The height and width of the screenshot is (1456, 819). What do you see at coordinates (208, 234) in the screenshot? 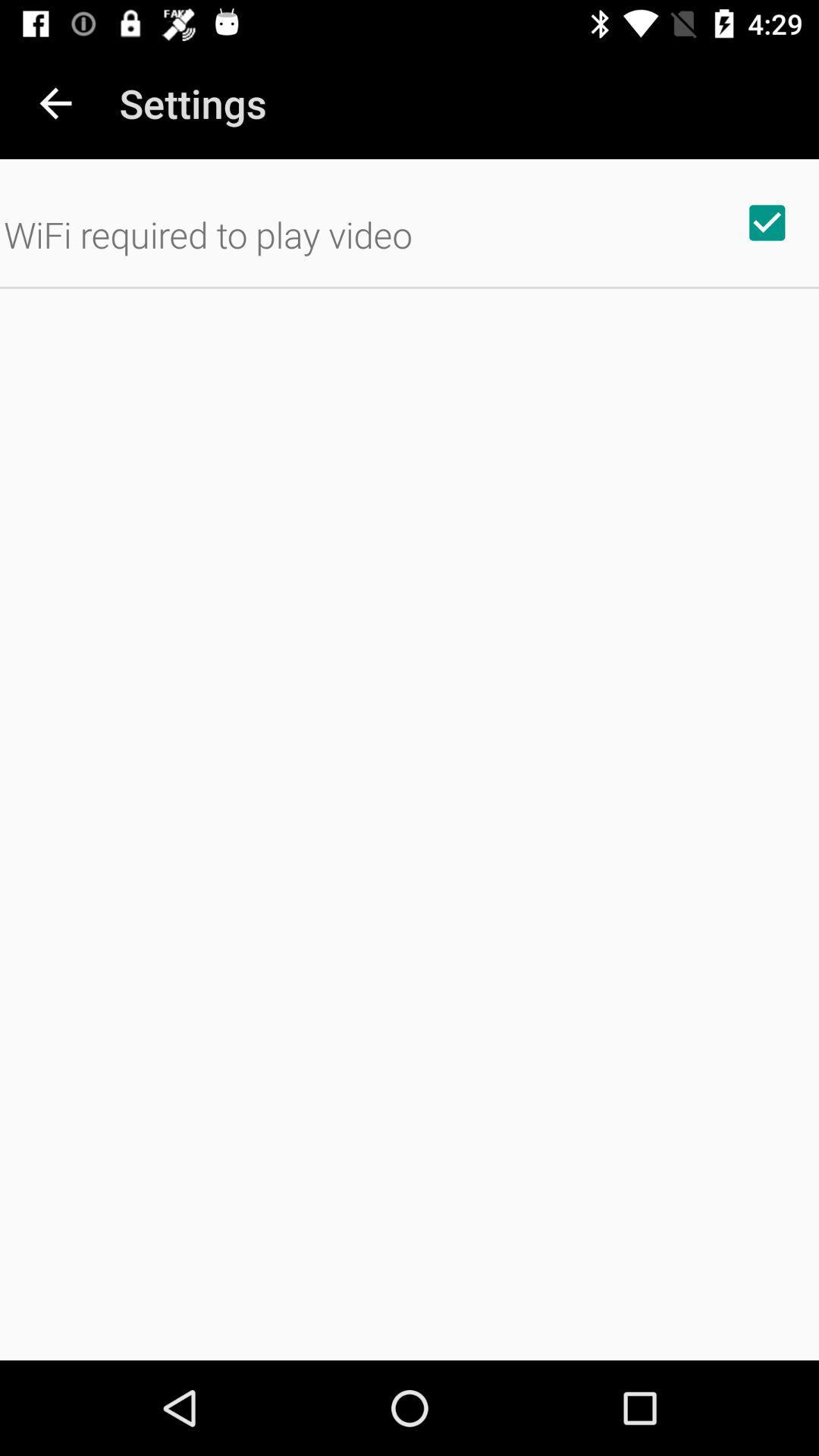
I see `the wifi required to item` at bounding box center [208, 234].